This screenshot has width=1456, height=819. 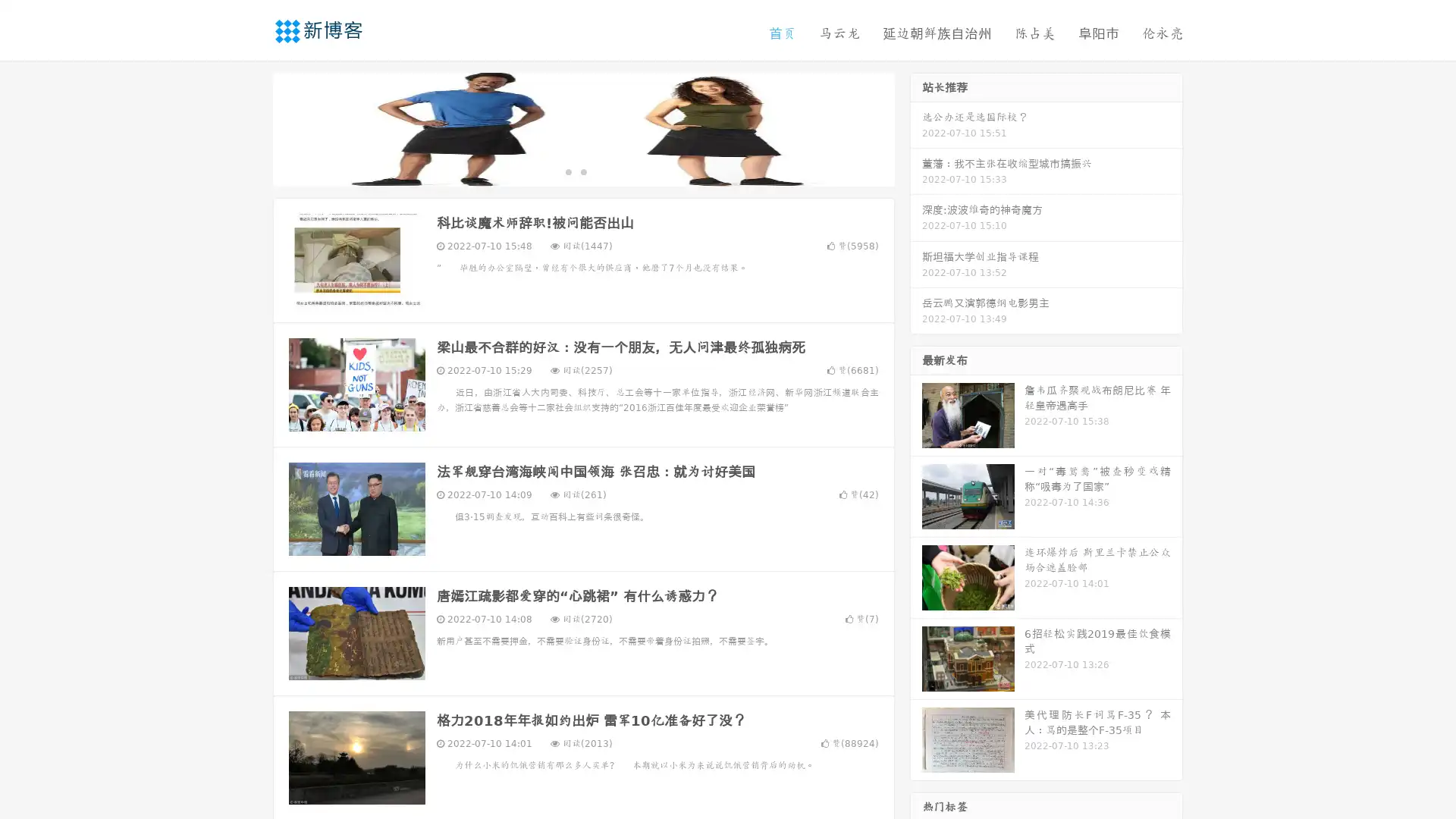 I want to click on Go to slide 1, so click(x=567, y=171).